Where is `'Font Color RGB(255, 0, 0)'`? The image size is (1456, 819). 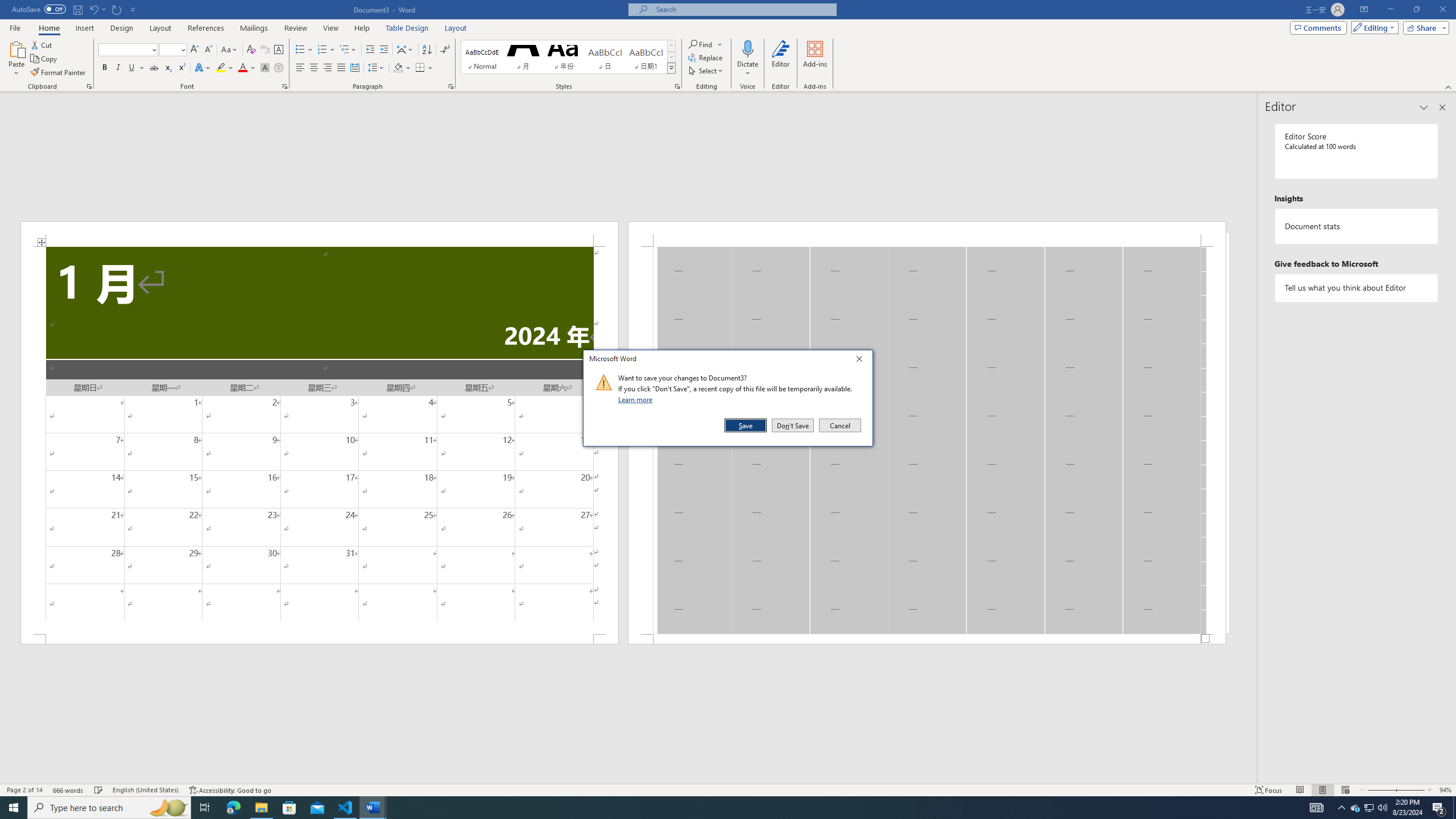 'Font Color RGB(255, 0, 0)' is located at coordinates (242, 67).